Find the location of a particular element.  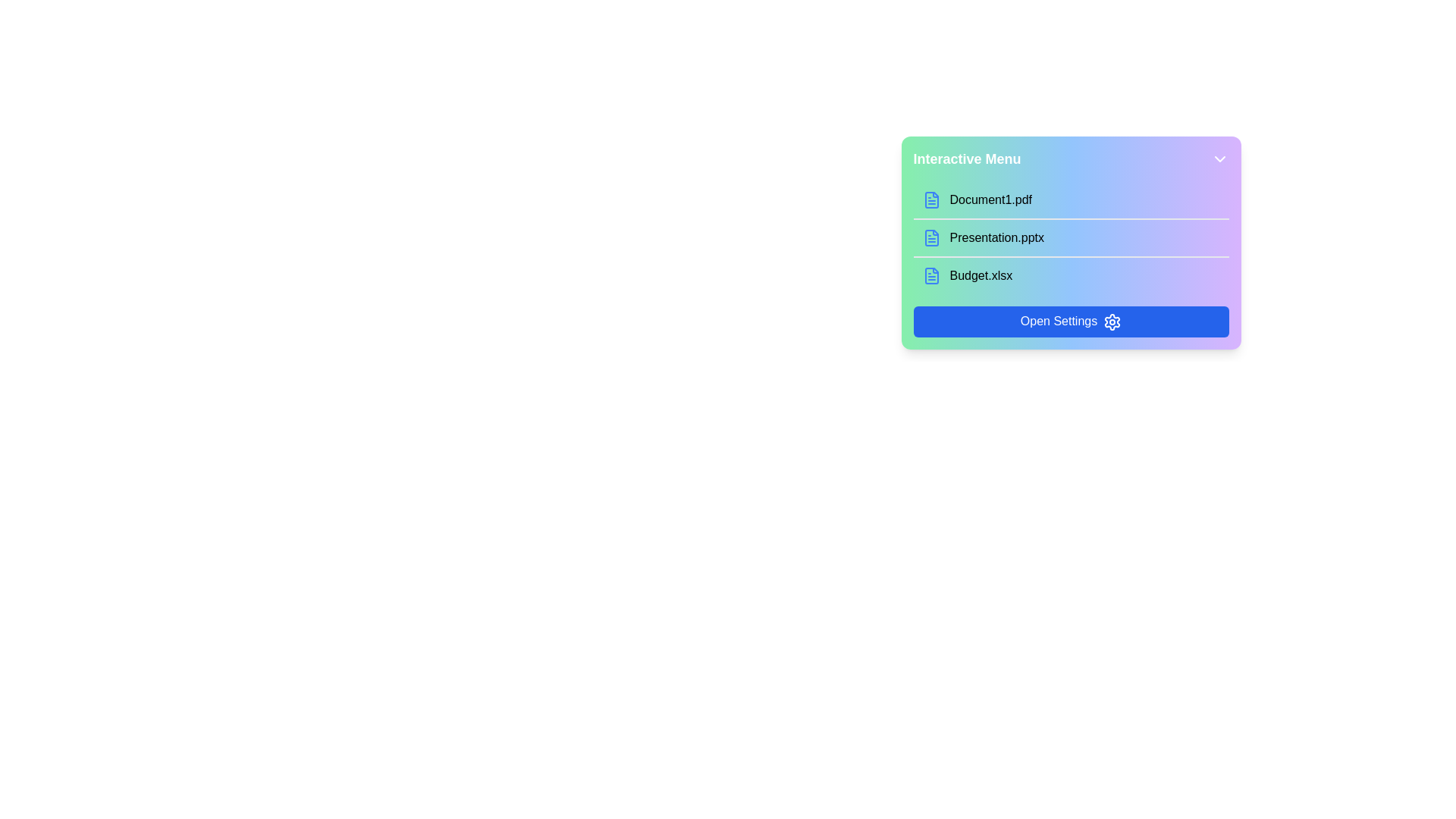

the first list item 'Document1.pdf' in the Interactive Menu is located at coordinates (1070, 199).